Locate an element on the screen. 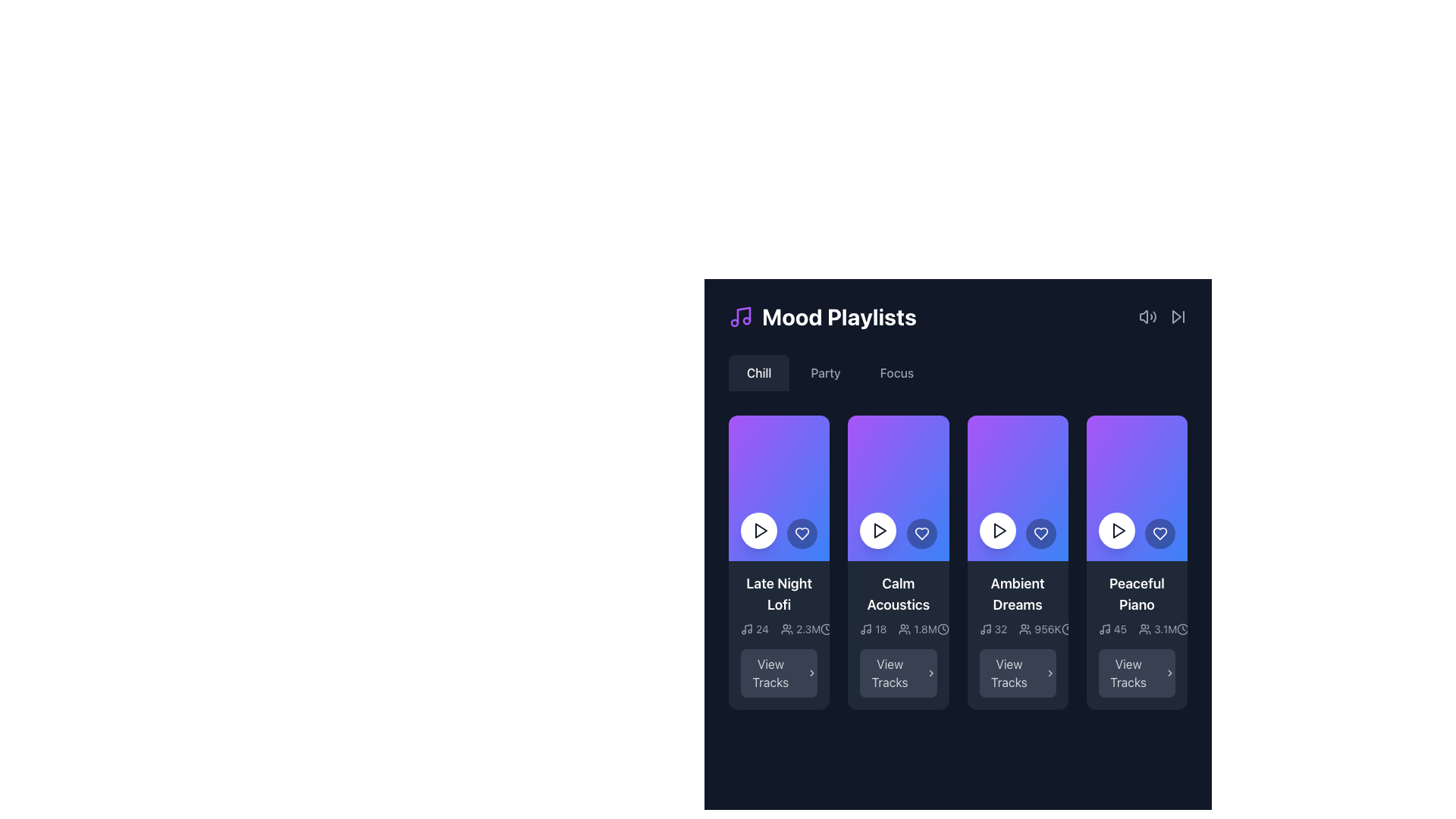  the user-related information icon located in the bottom section of the 'Peaceful Piano' card, positioned to the left of the text '3.1M' is located at coordinates (1145, 629).